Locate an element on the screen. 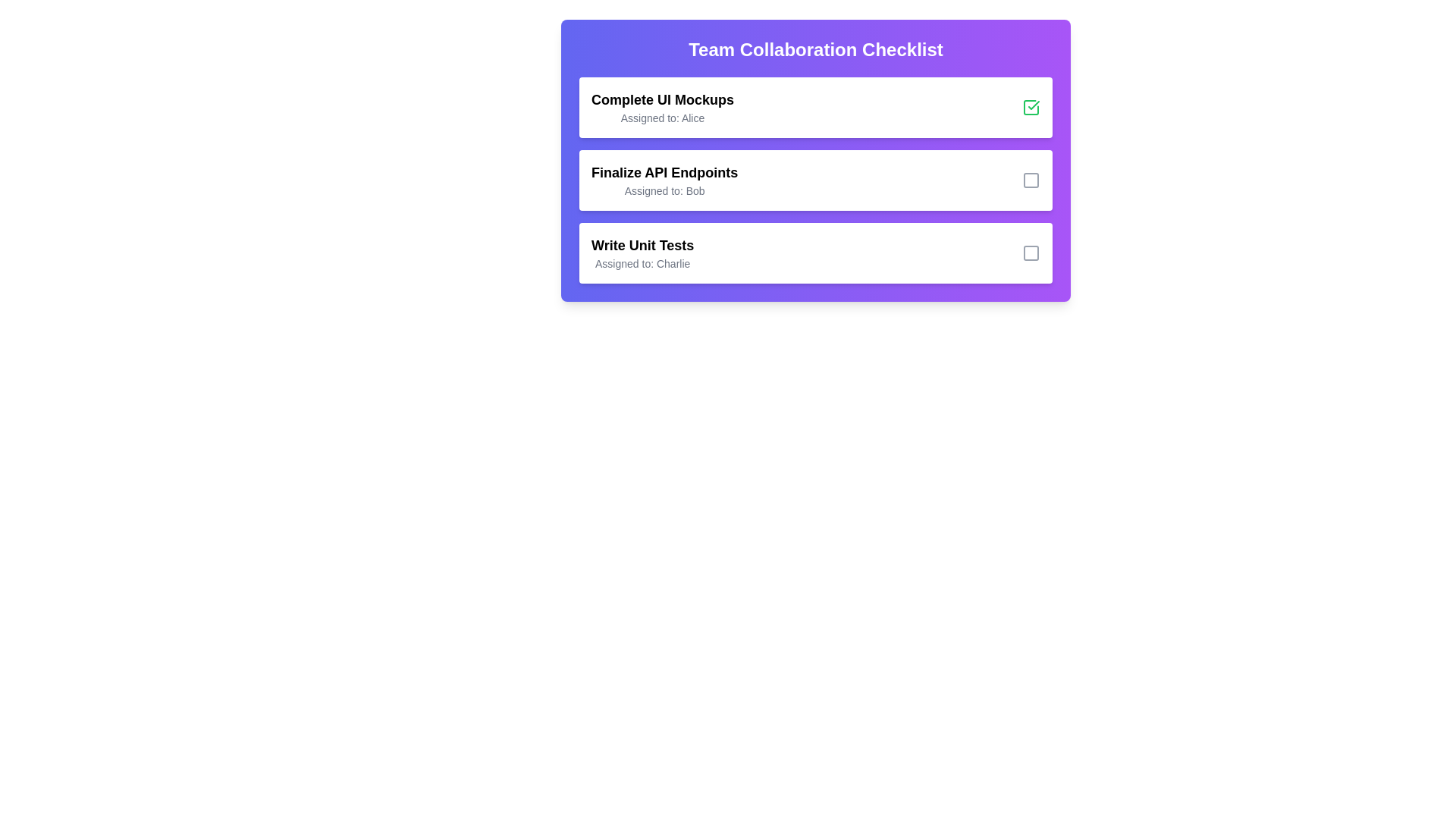 The height and width of the screenshot is (819, 1456). the second task in the to-do list, which is located between 'Complete UI Mockups' and 'Write Unit Tests' is located at coordinates (814, 180).